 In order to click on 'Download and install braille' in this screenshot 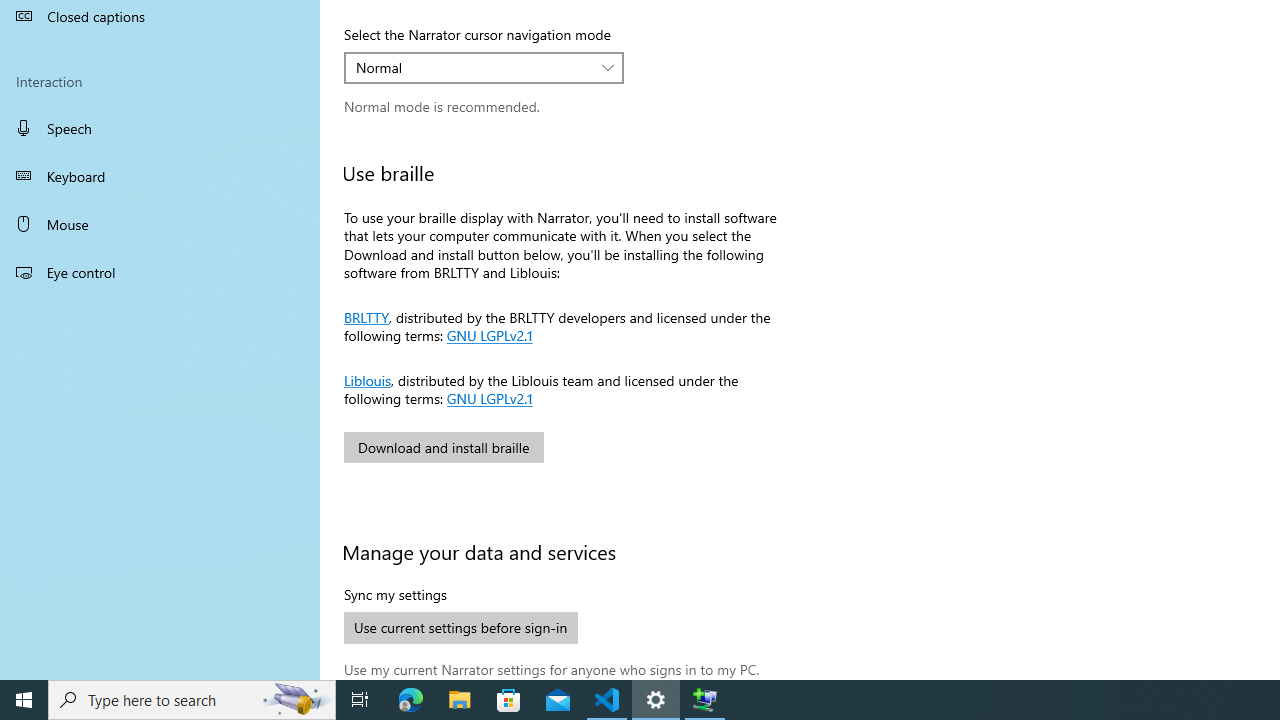, I will do `click(443, 446)`.